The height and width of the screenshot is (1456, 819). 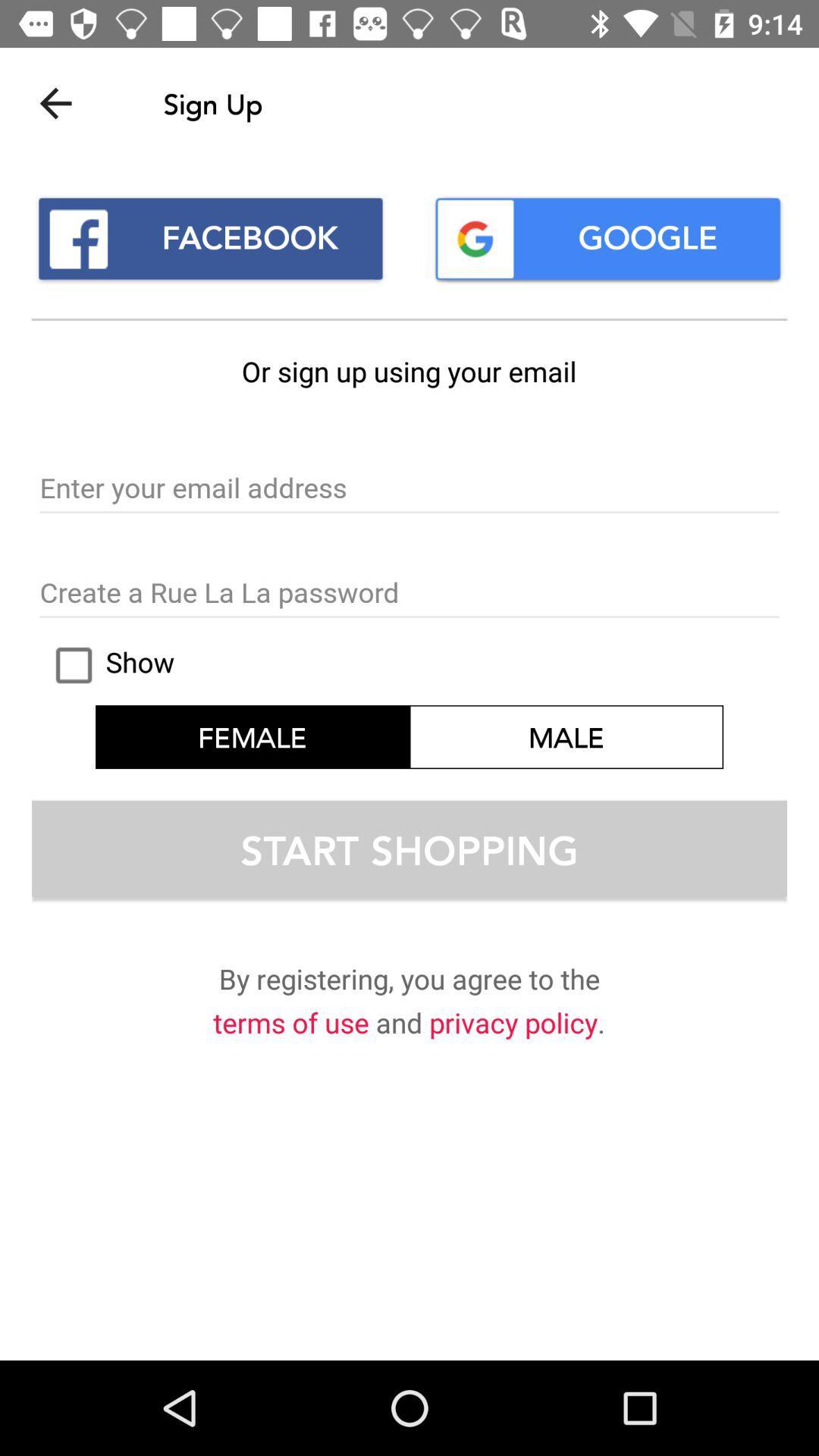 What do you see at coordinates (409, 847) in the screenshot?
I see `the icon above by registering you item` at bounding box center [409, 847].